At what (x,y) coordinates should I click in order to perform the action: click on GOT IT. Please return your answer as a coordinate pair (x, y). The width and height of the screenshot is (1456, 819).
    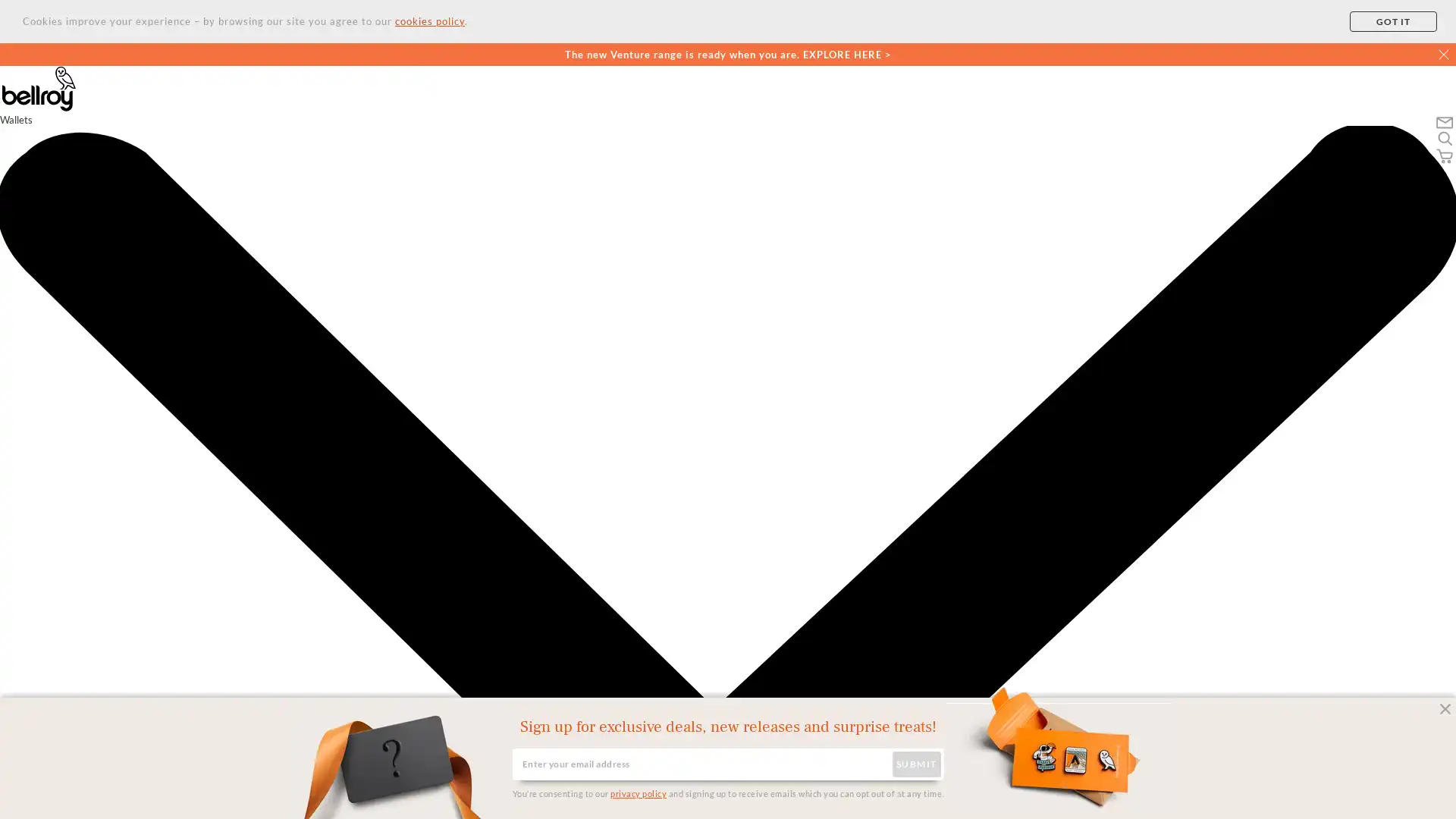
    Looking at the image, I should click on (1393, 21).